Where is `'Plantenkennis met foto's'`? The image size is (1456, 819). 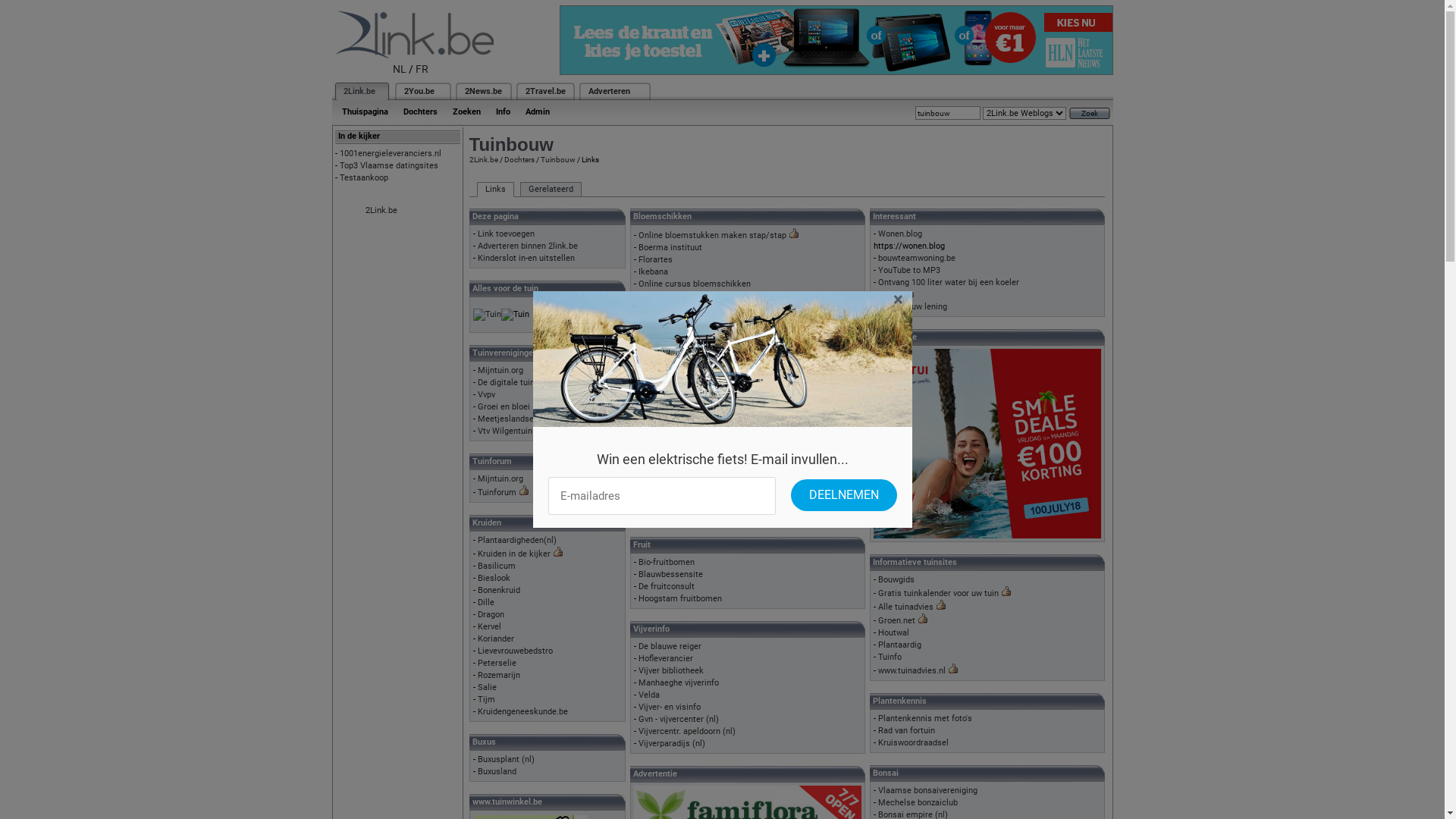 'Plantenkennis met foto's' is located at coordinates (924, 717).